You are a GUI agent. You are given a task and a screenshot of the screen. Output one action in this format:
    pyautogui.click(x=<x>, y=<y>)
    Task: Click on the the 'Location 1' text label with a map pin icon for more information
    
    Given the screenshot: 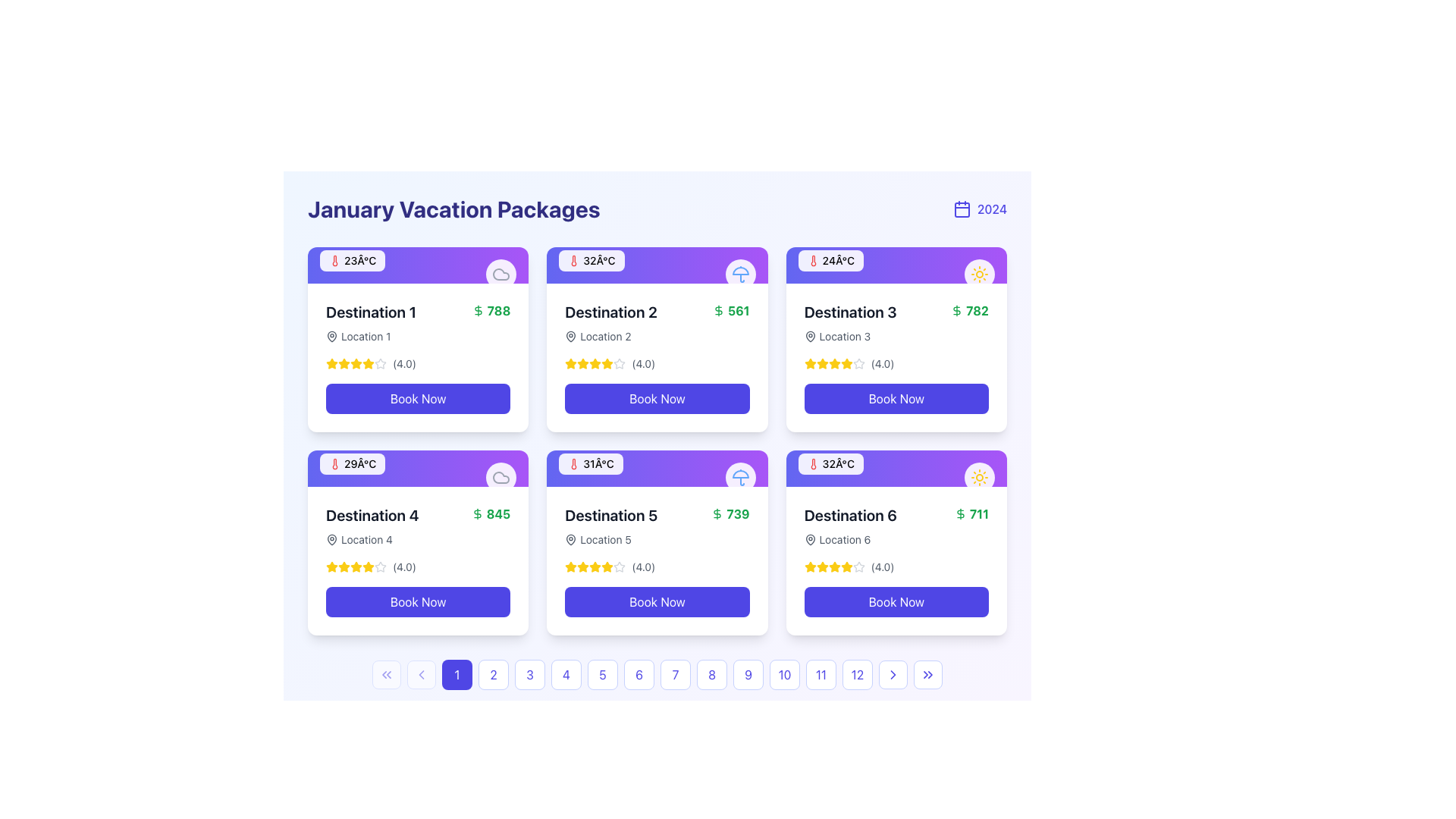 What is the action you would take?
    pyautogui.click(x=371, y=335)
    